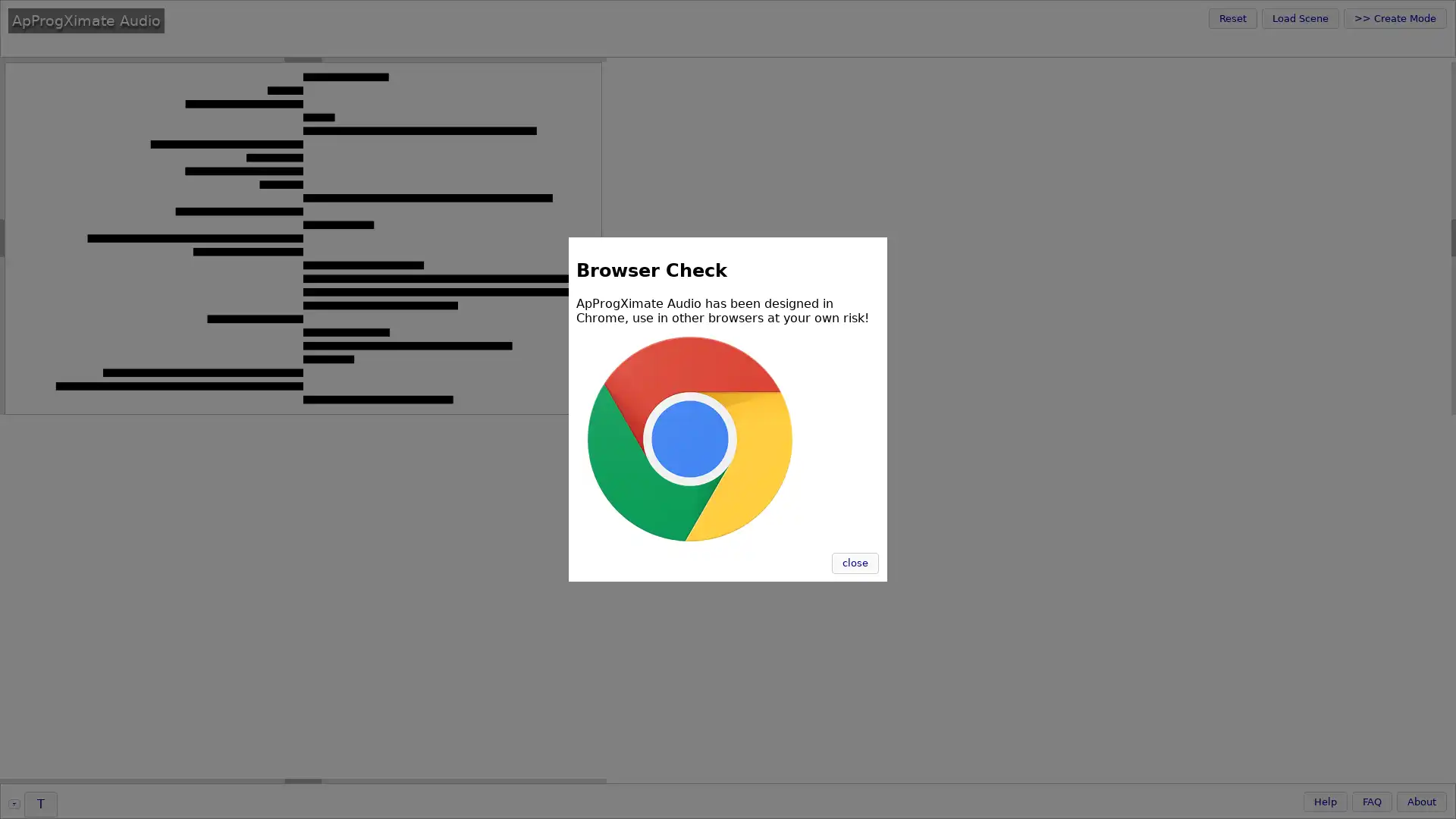 The image size is (1456, 819). I want to click on FAQ, so click(1372, 794).